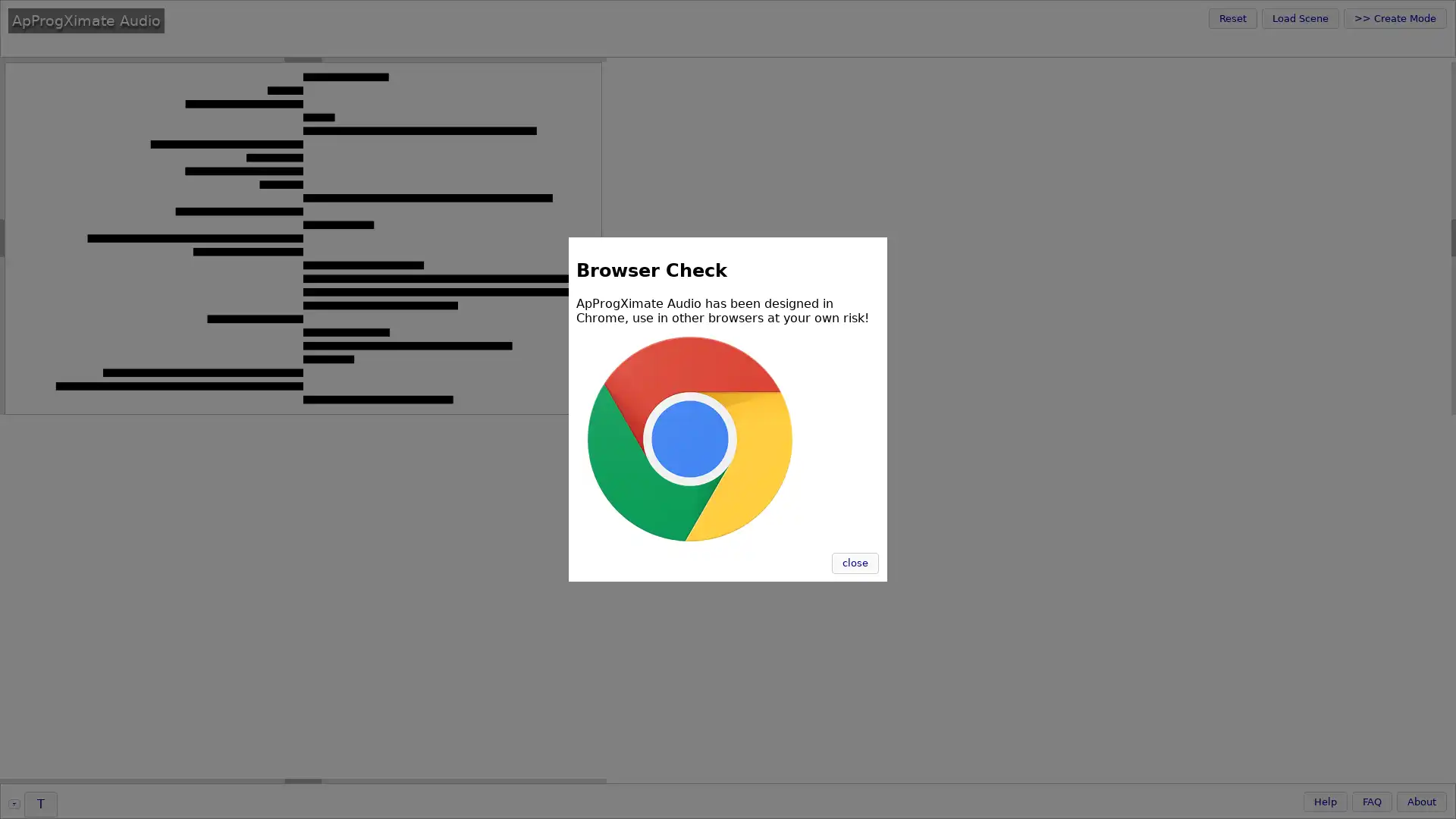 The image size is (1456, 819). I want to click on FAQ, so click(1372, 794).